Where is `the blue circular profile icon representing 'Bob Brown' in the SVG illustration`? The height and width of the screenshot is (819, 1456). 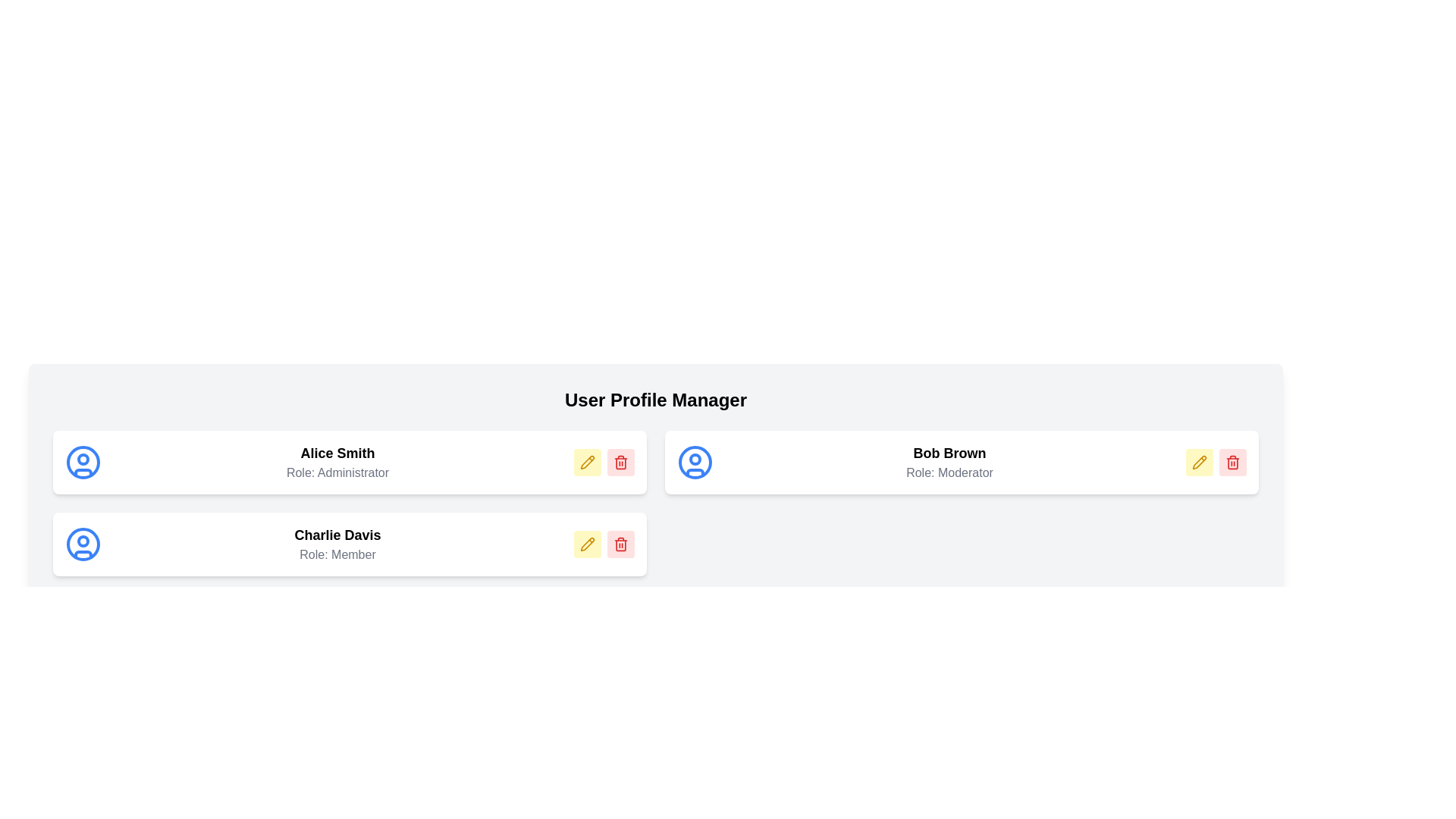
the blue circular profile icon representing 'Bob Brown' in the SVG illustration is located at coordinates (694, 461).